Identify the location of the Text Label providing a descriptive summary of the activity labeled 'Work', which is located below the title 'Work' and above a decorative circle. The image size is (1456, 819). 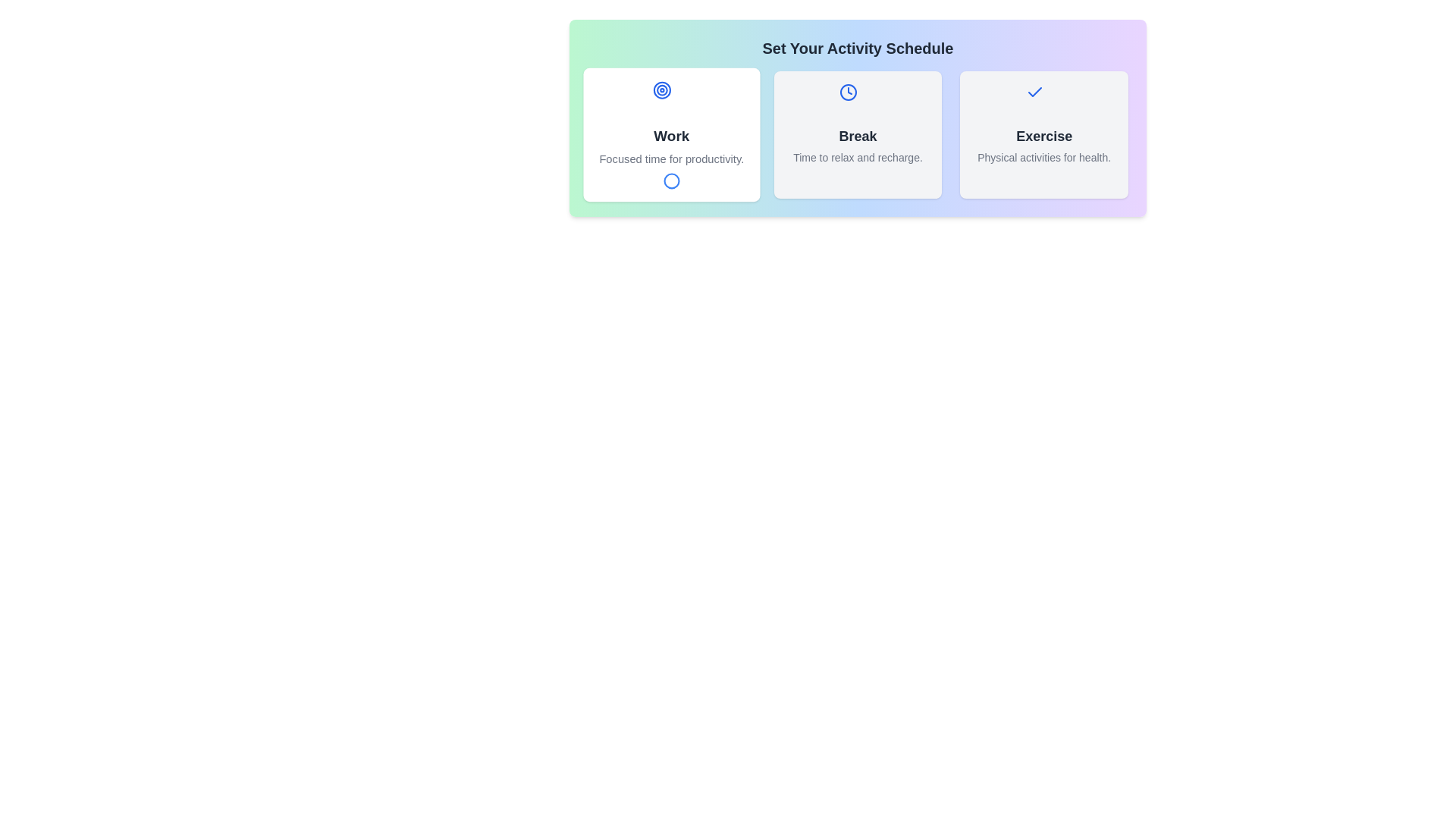
(670, 158).